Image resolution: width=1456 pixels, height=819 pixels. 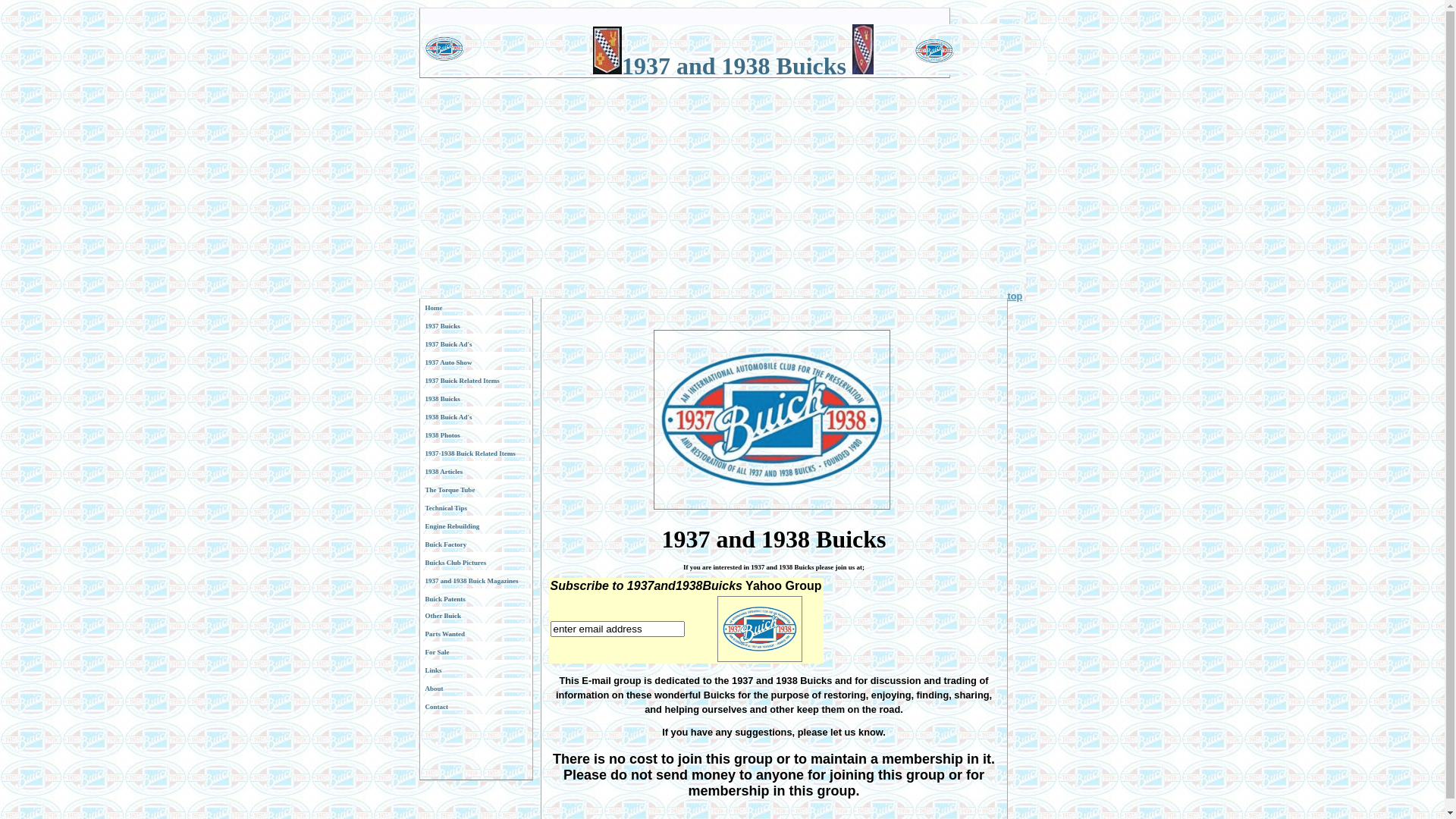 What do you see at coordinates (475, 616) in the screenshot?
I see `'Other Buick'` at bounding box center [475, 616].